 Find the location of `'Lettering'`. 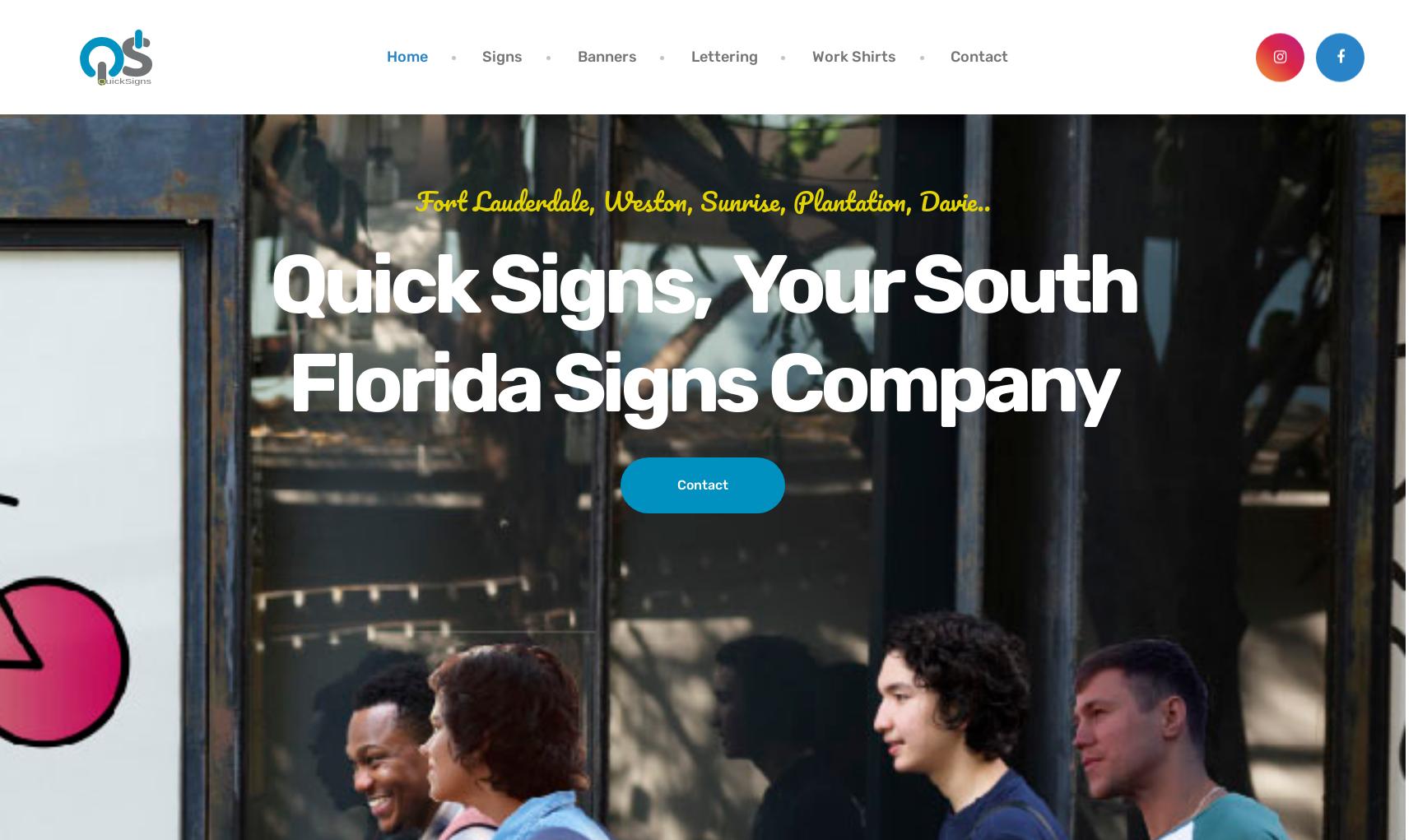

'Lettering' is located at coordinates (723, 55).